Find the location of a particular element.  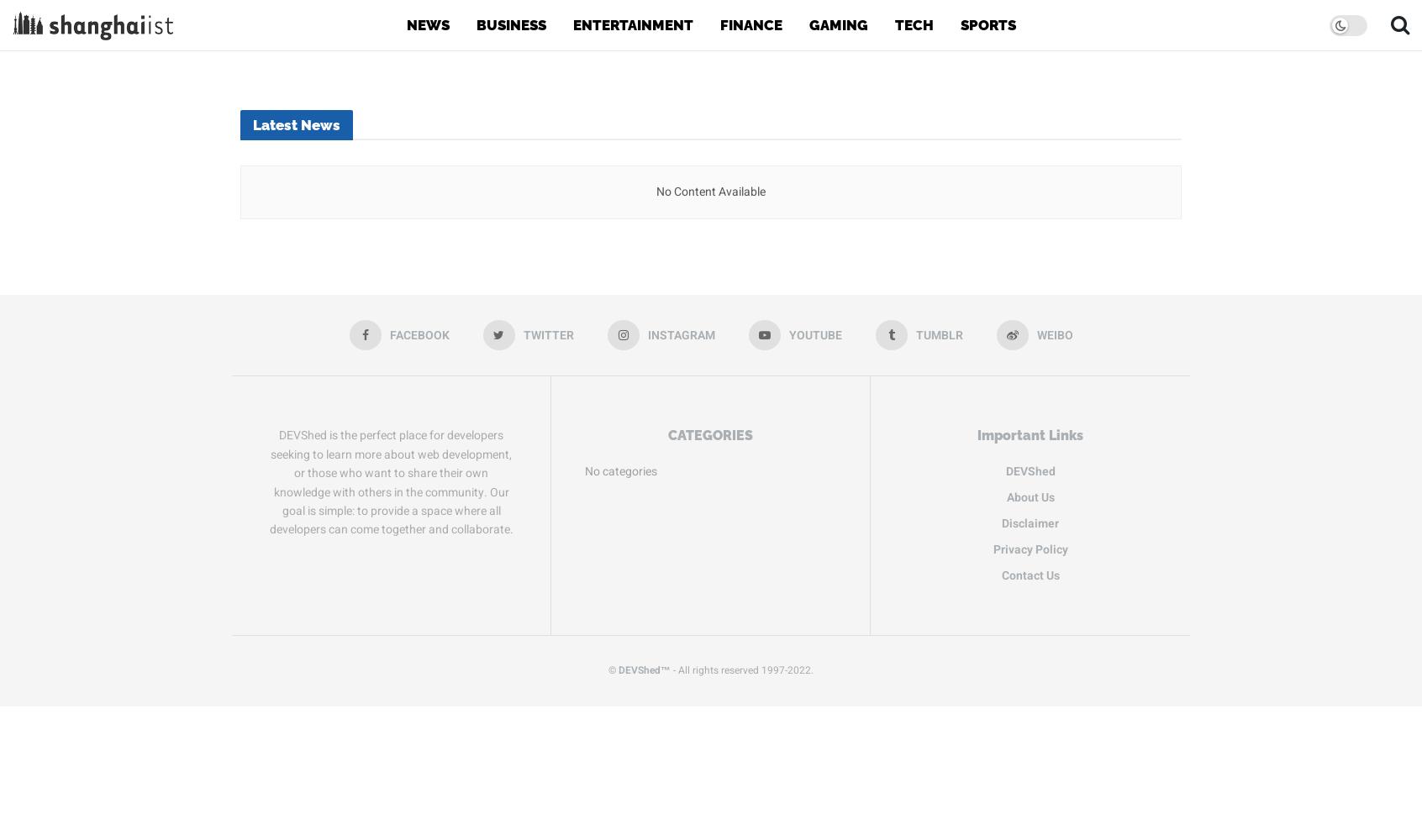

'Privacy Policy' is located at coordinates (1030, 549).